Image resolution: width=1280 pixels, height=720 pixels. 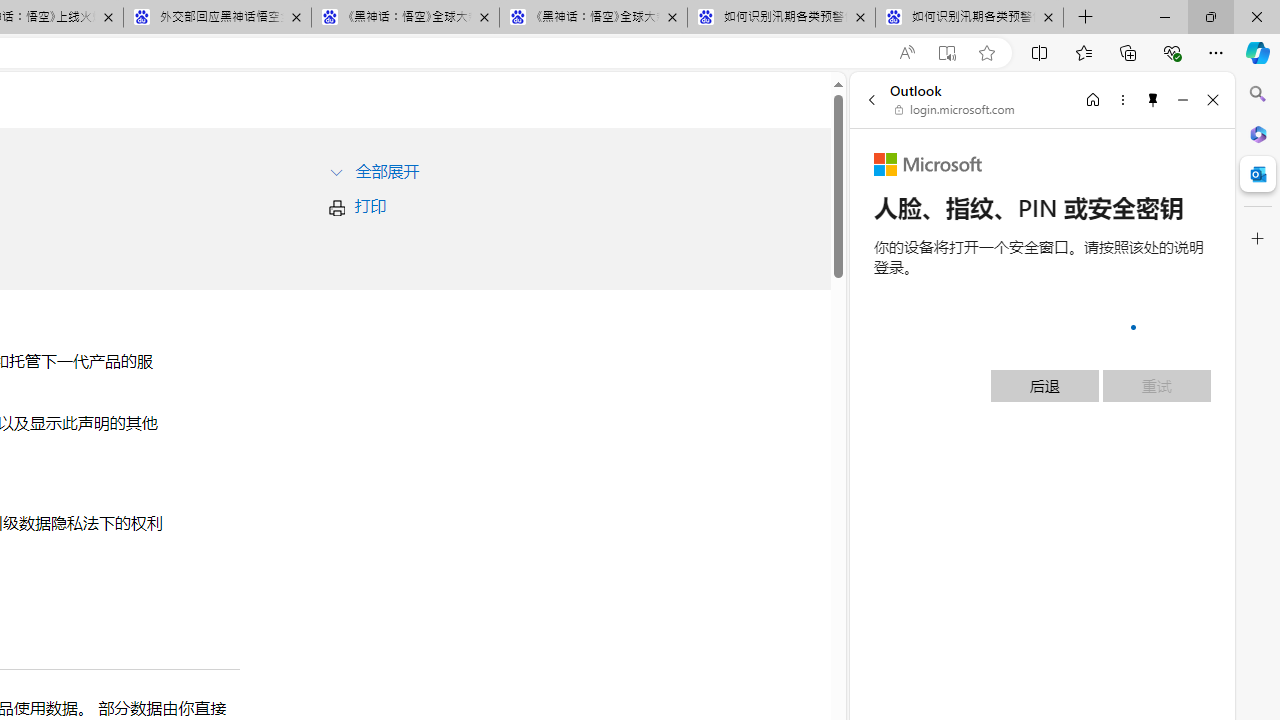 I want to click on 'login.microsoft.com', so click(x=954, y=110).